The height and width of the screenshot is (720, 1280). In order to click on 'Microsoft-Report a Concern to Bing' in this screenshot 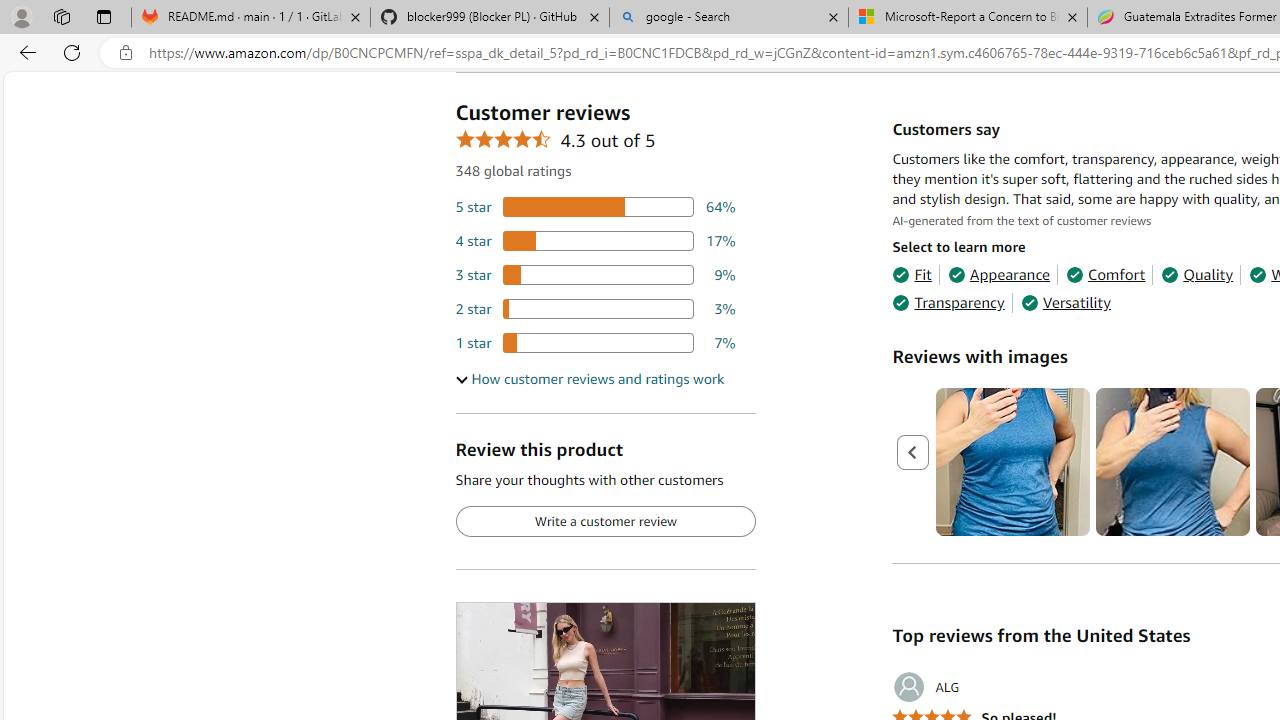, I will do `click(967, 17)`.